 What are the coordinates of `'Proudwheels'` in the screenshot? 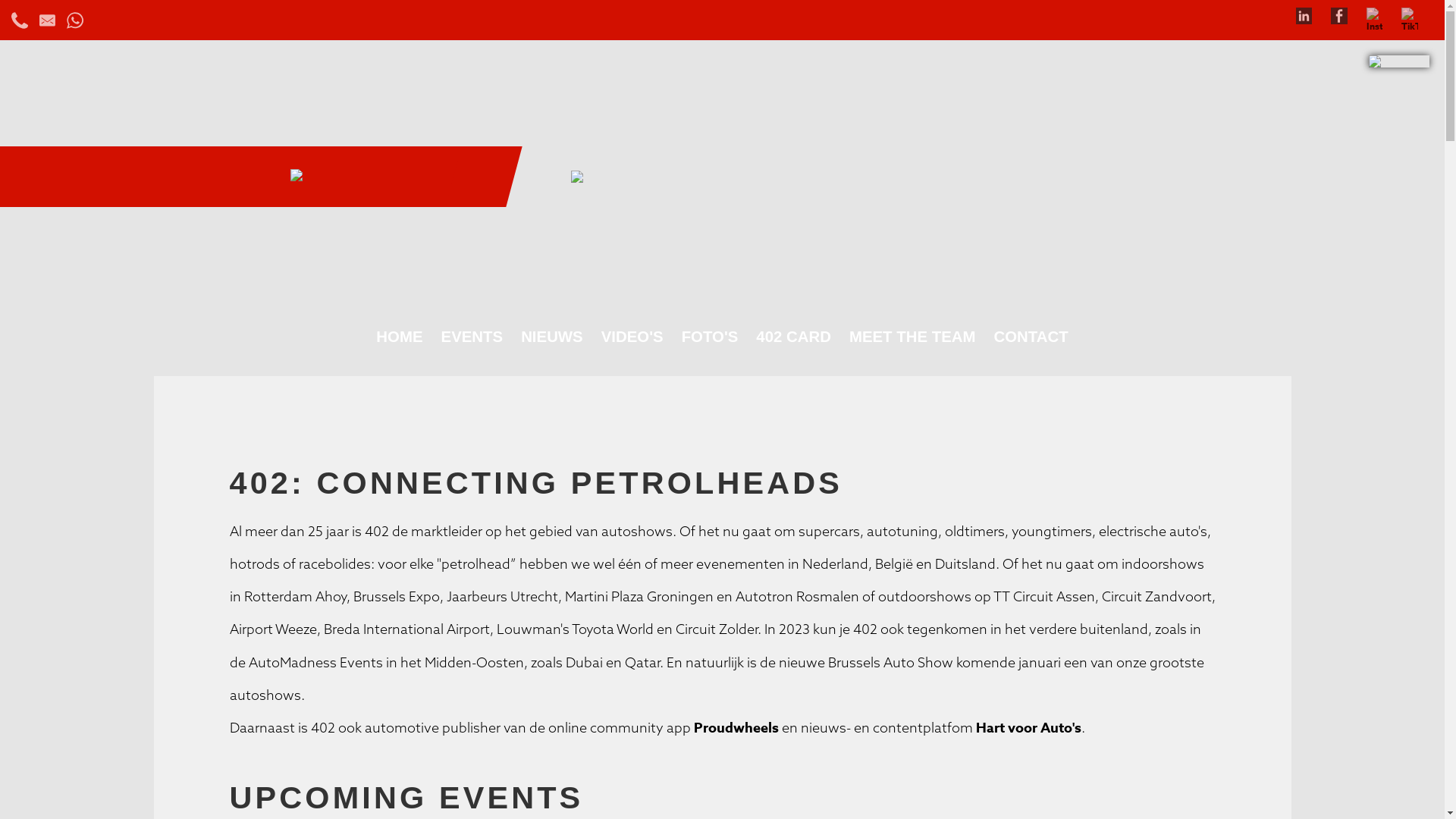 It's located at (735, 727).